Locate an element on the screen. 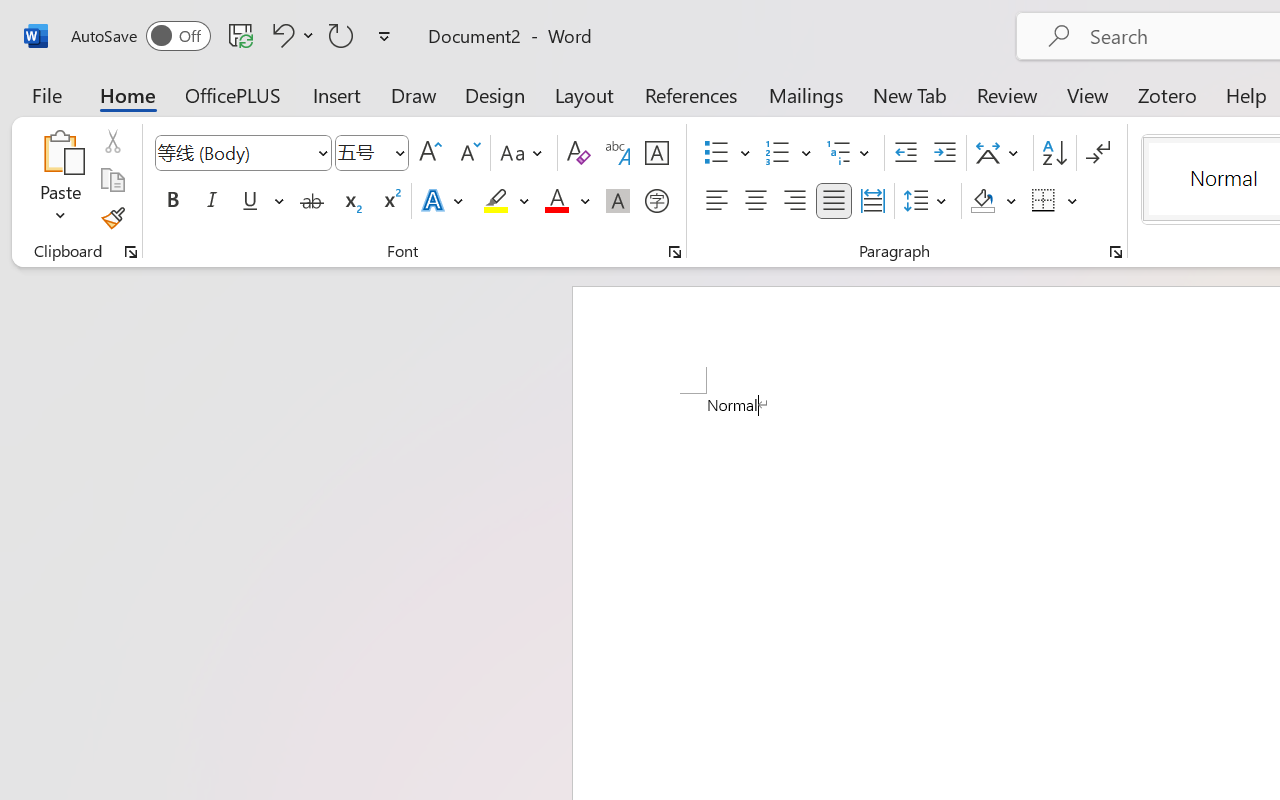 This screenshot has height=800, width=1280. 'Numbering' is located at coordinates (788, 153).